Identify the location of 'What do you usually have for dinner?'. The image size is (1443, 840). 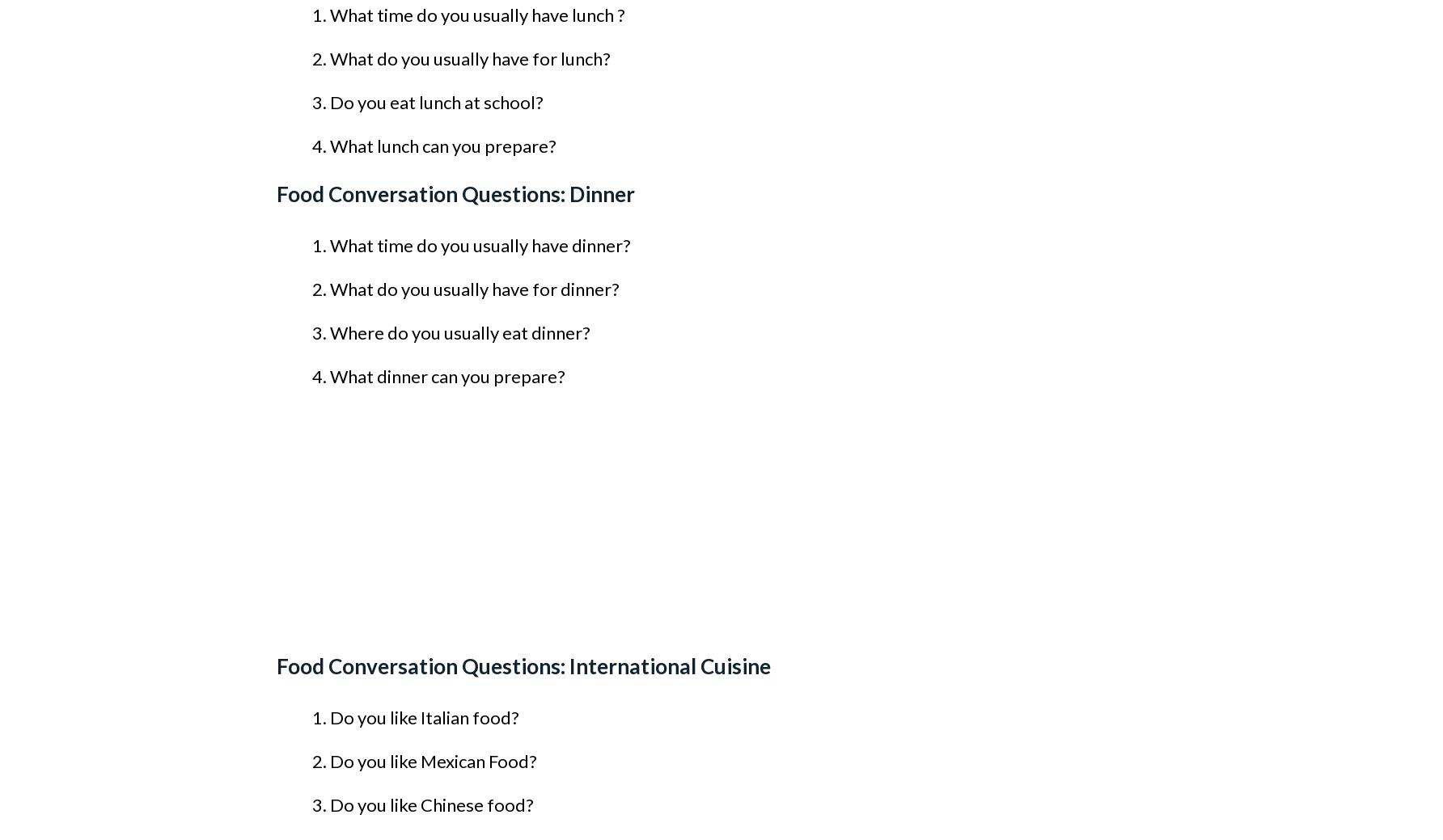
(329, 288).